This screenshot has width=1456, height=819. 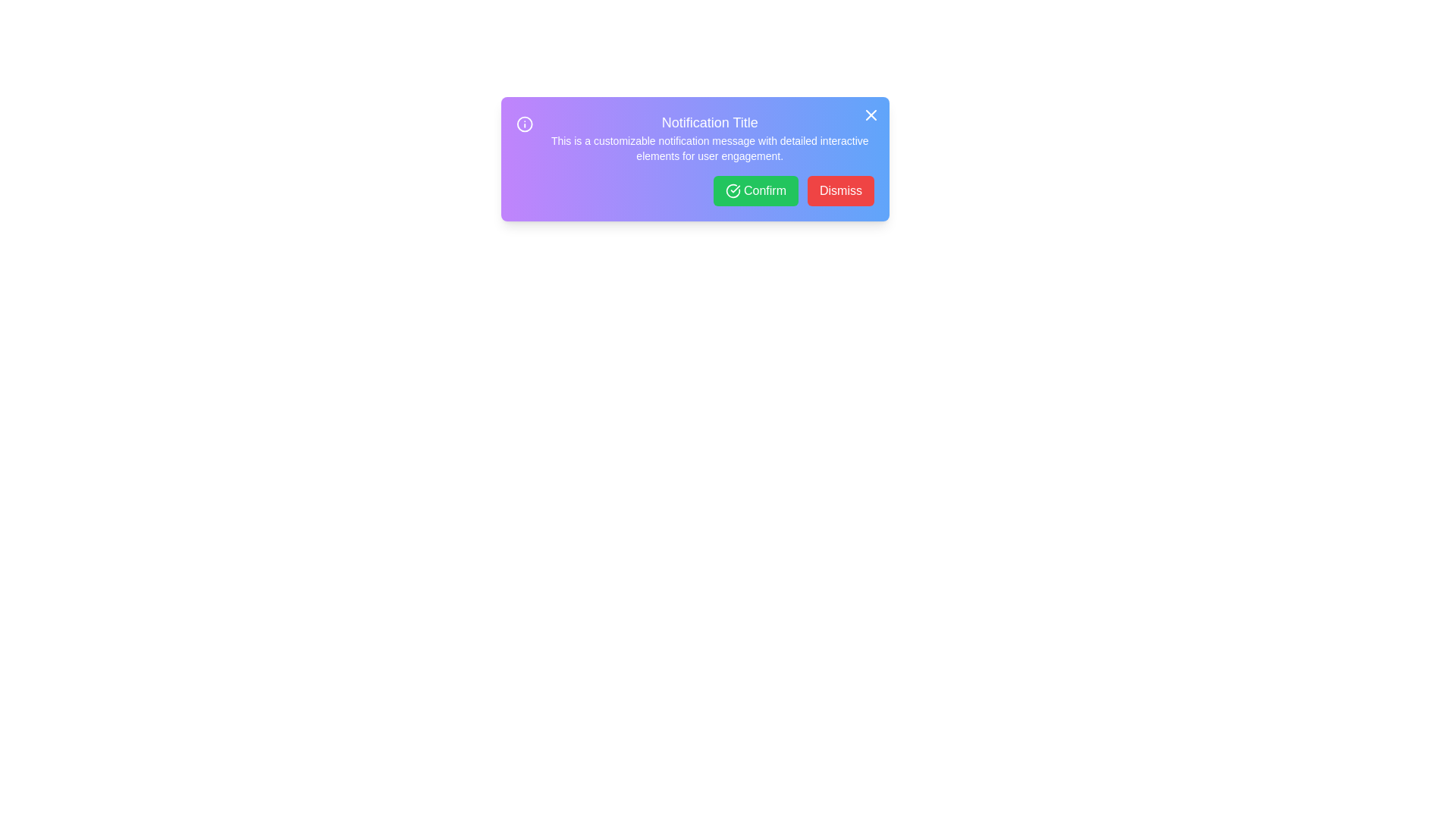 What do you see at coordinates (756, 190) in the screenshot?
I see `the 'Confirm' button to proceed with the notification's action` at bounding box center [756, 190].